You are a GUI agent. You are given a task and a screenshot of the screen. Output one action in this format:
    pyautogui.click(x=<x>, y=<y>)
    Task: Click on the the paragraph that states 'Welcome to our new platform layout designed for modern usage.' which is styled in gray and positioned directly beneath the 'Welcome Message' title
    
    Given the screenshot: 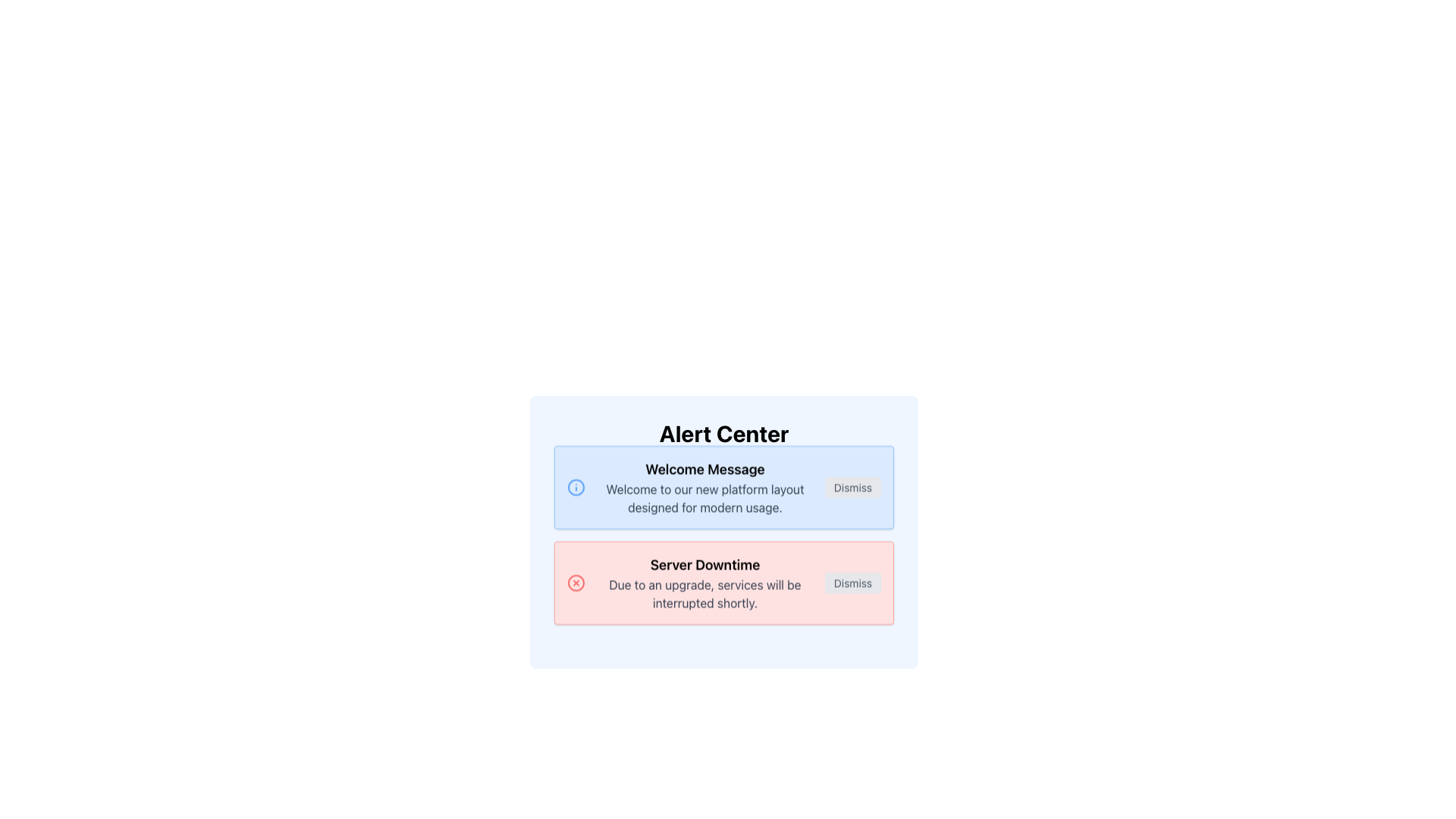 What is the action you would take?
    pyautogui.click(x=704, y=500)
    